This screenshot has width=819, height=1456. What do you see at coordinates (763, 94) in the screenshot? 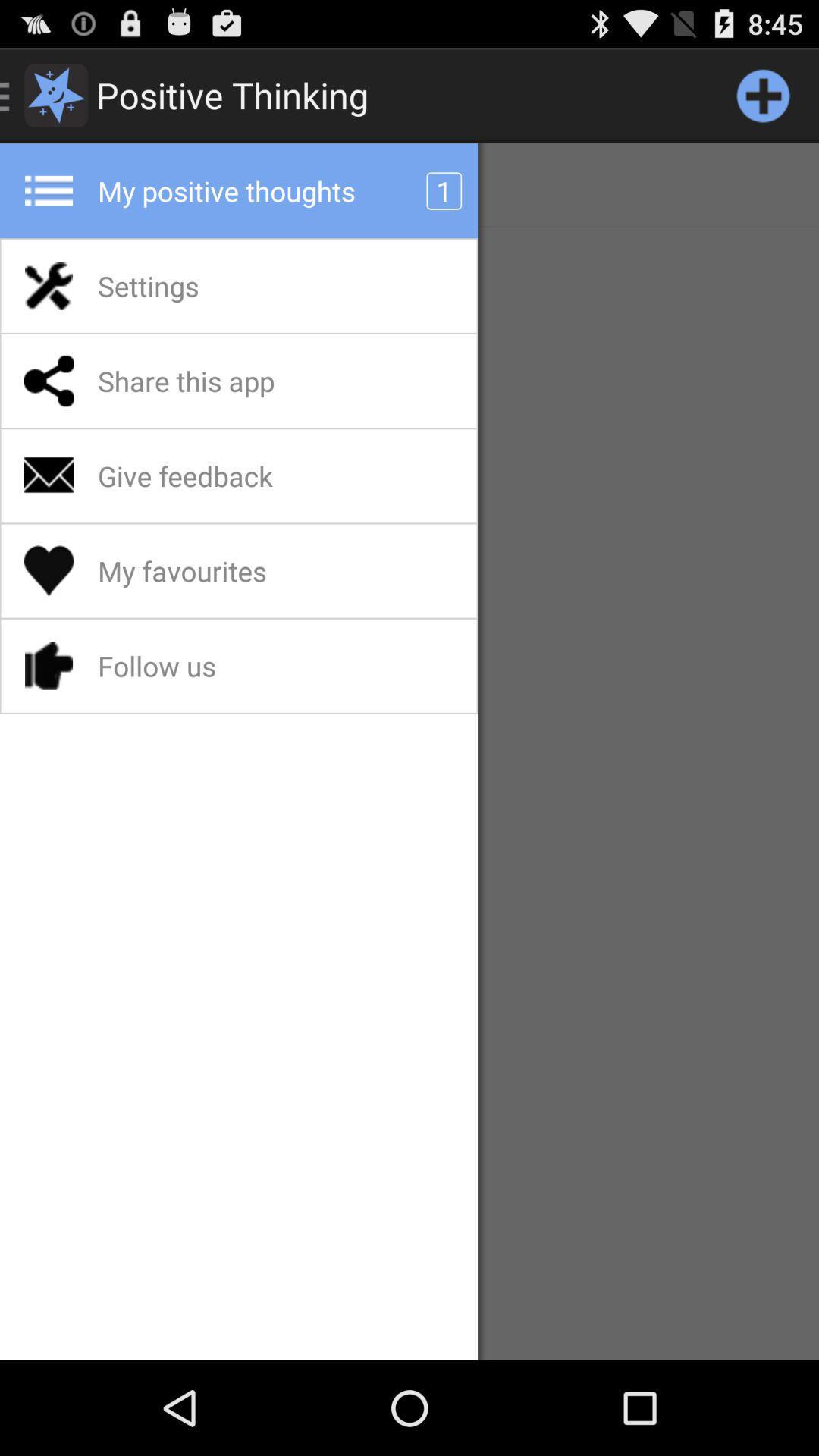
I see `a note/thought` at bounding box center [763, 94].